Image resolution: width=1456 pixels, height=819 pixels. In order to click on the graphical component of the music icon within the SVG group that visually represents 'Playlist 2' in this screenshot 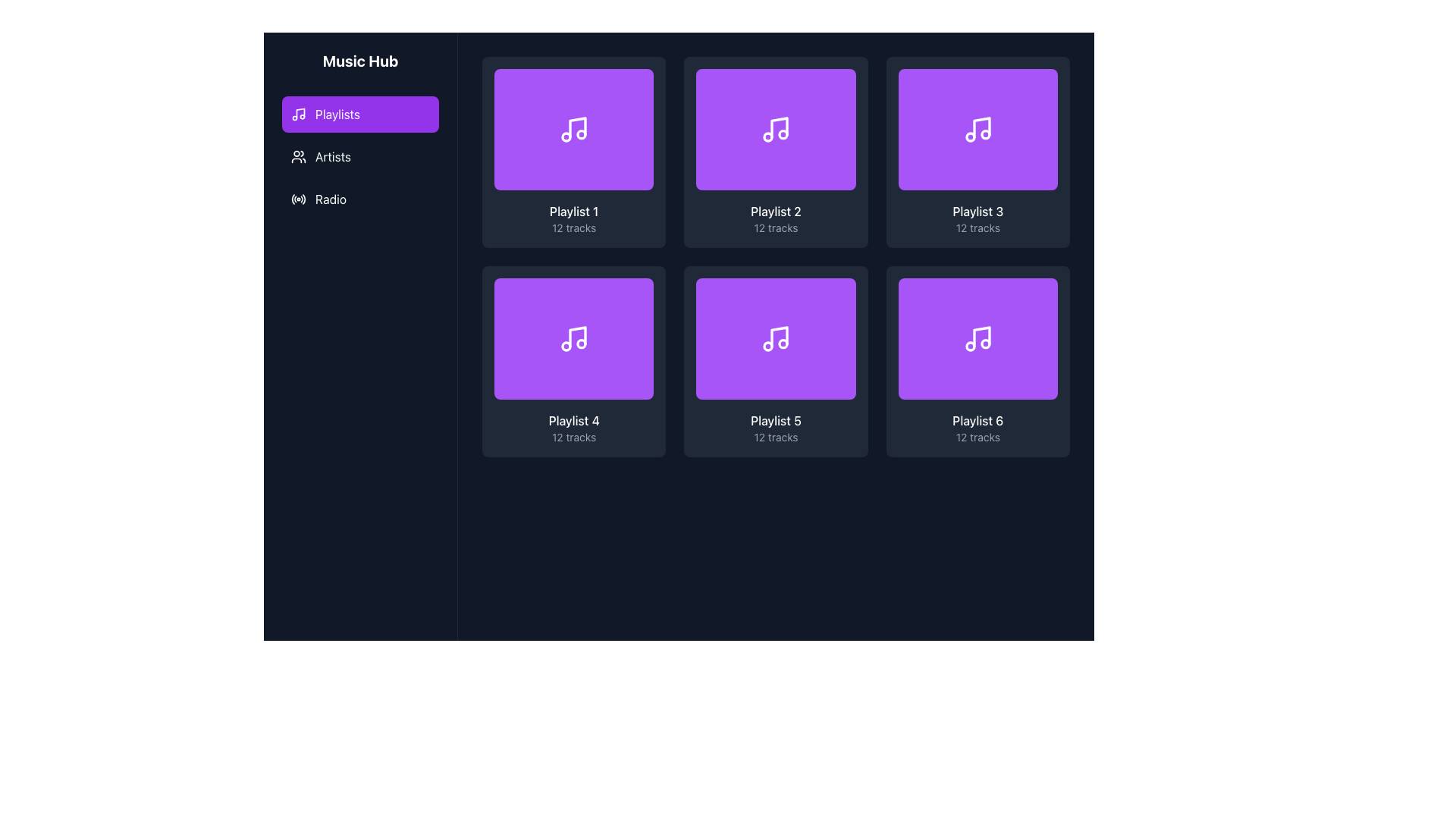, I will do `click(783, 133)`.